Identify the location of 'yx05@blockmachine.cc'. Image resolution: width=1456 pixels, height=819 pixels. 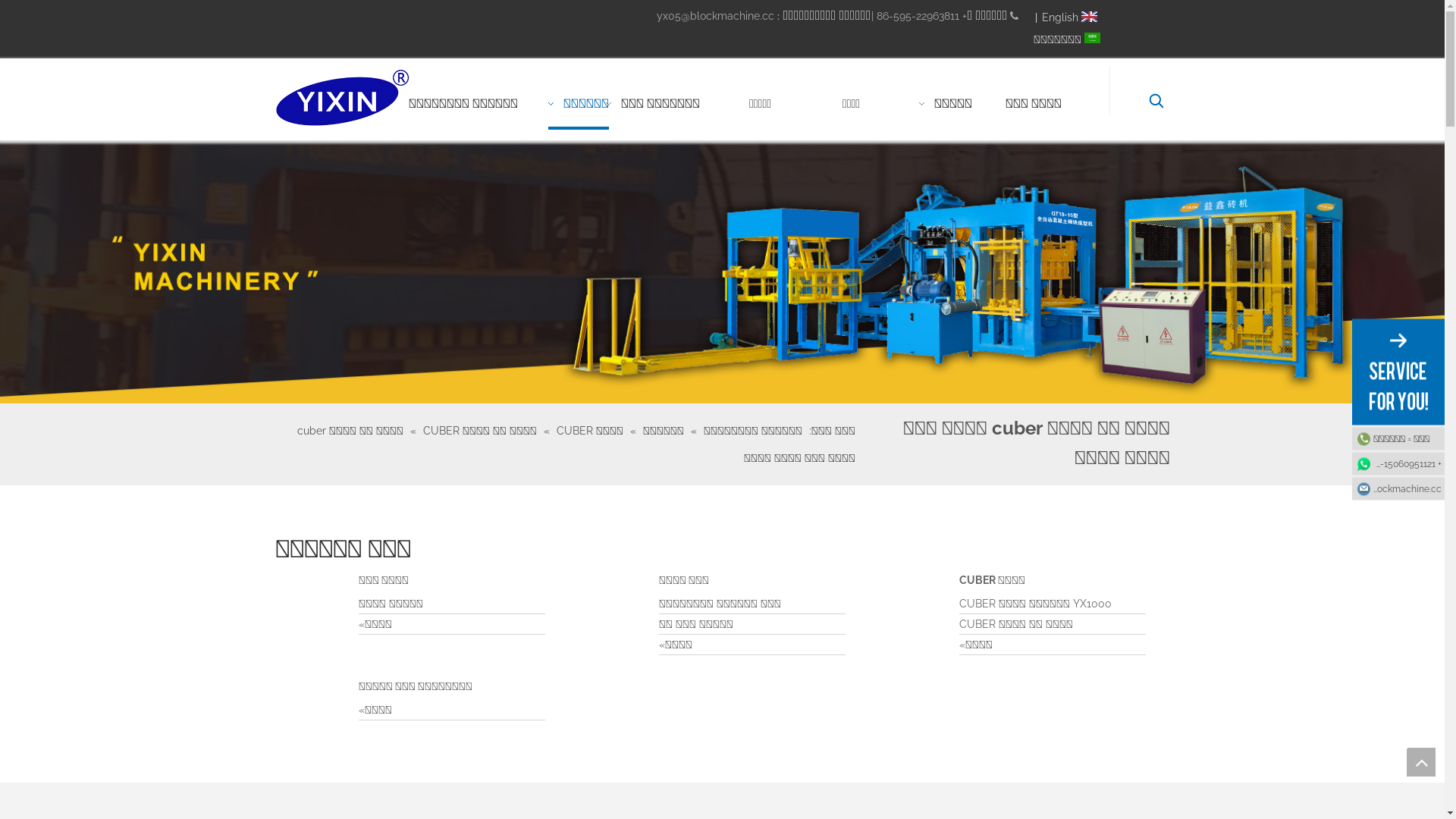
(714, 15).